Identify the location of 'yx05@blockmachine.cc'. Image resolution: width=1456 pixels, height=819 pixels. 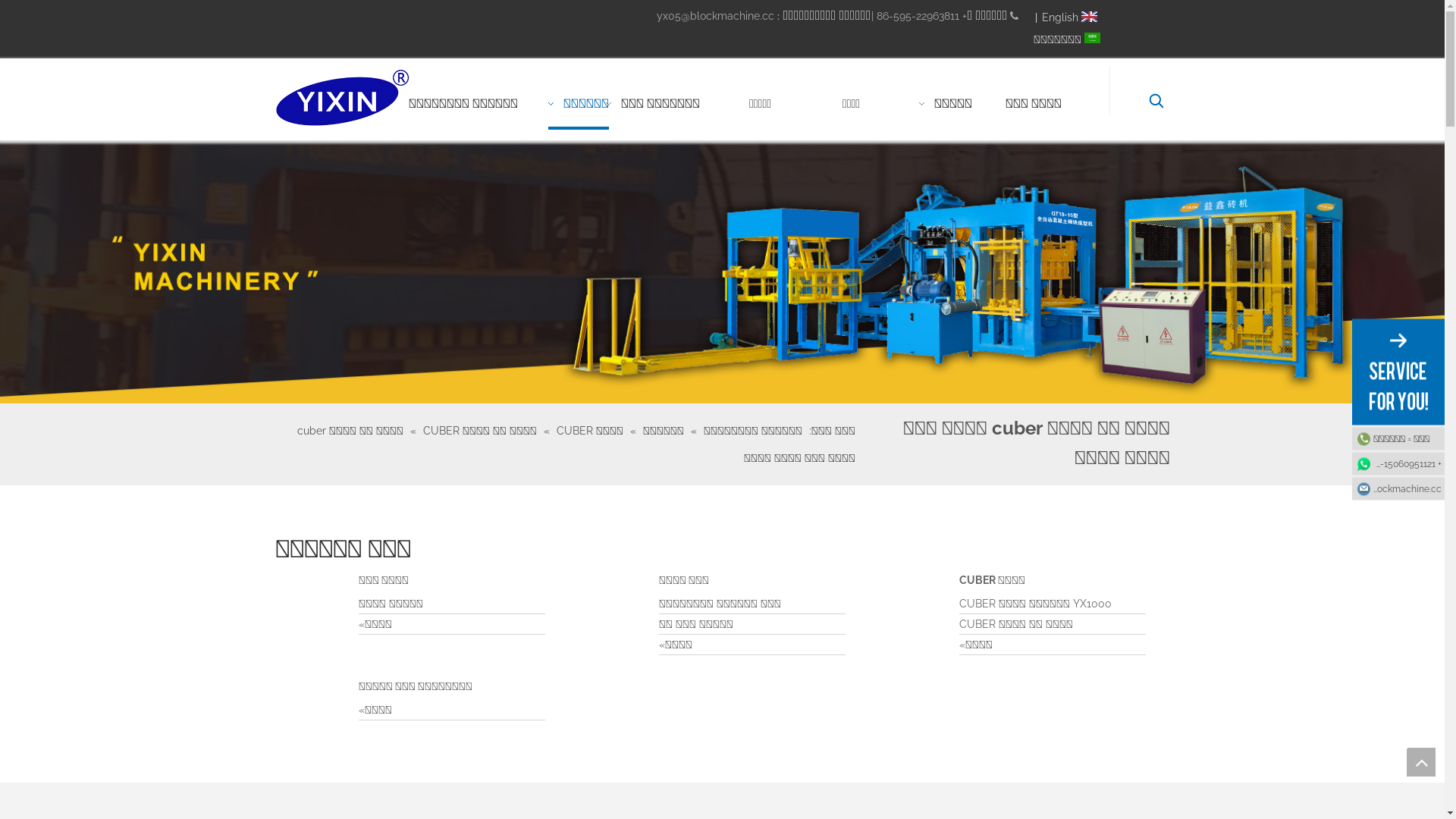
(714, 15).